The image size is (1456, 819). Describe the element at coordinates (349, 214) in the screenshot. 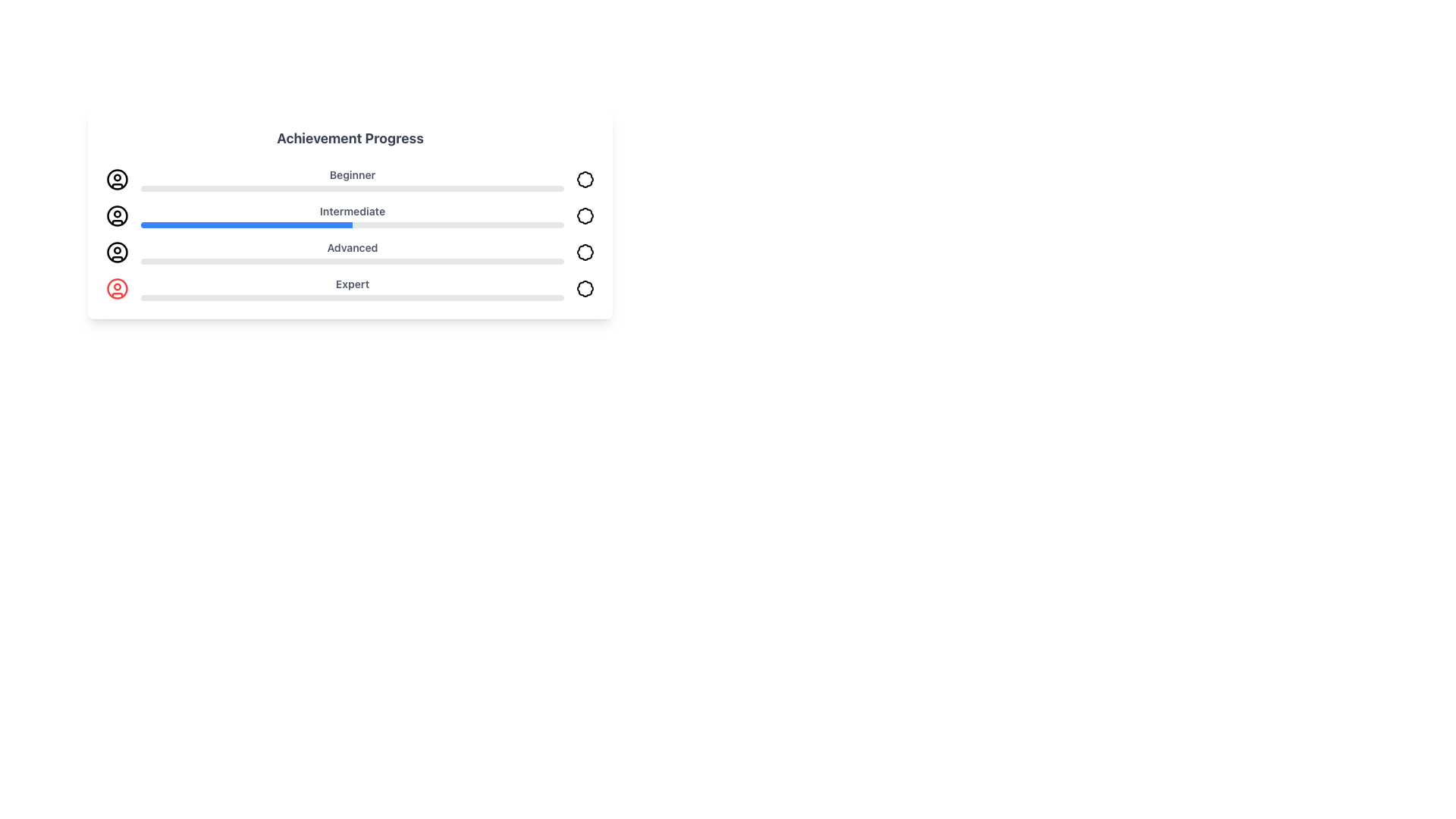

I see `the second progress bar in the 'Achievement Progress' section that visually represents the progress of an 'Intermediate' achievement` at that location.